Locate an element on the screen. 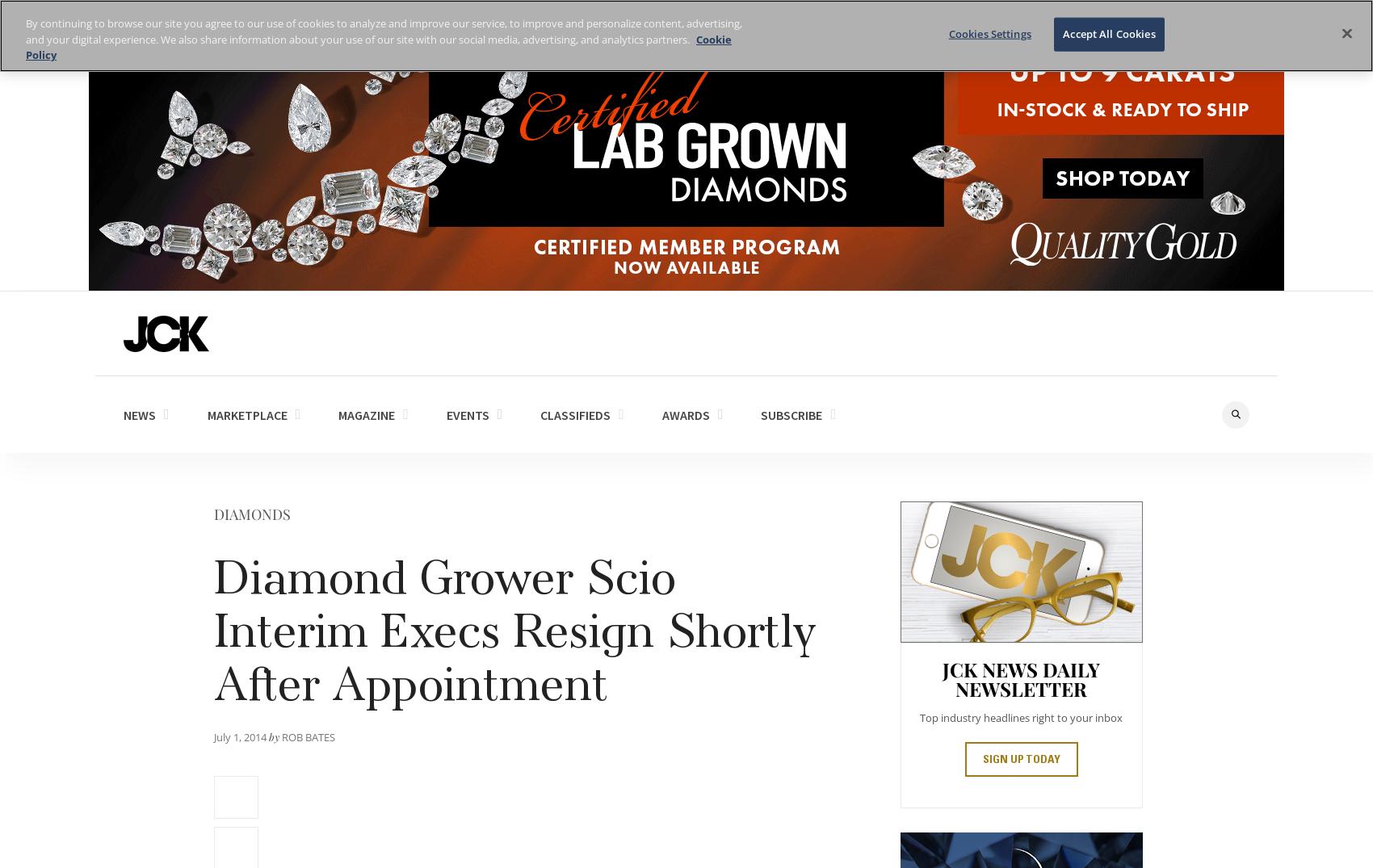 This screenshot has width=1373, height=868. 'CLASSIFIEDS' is located at coordinates (575, 413).